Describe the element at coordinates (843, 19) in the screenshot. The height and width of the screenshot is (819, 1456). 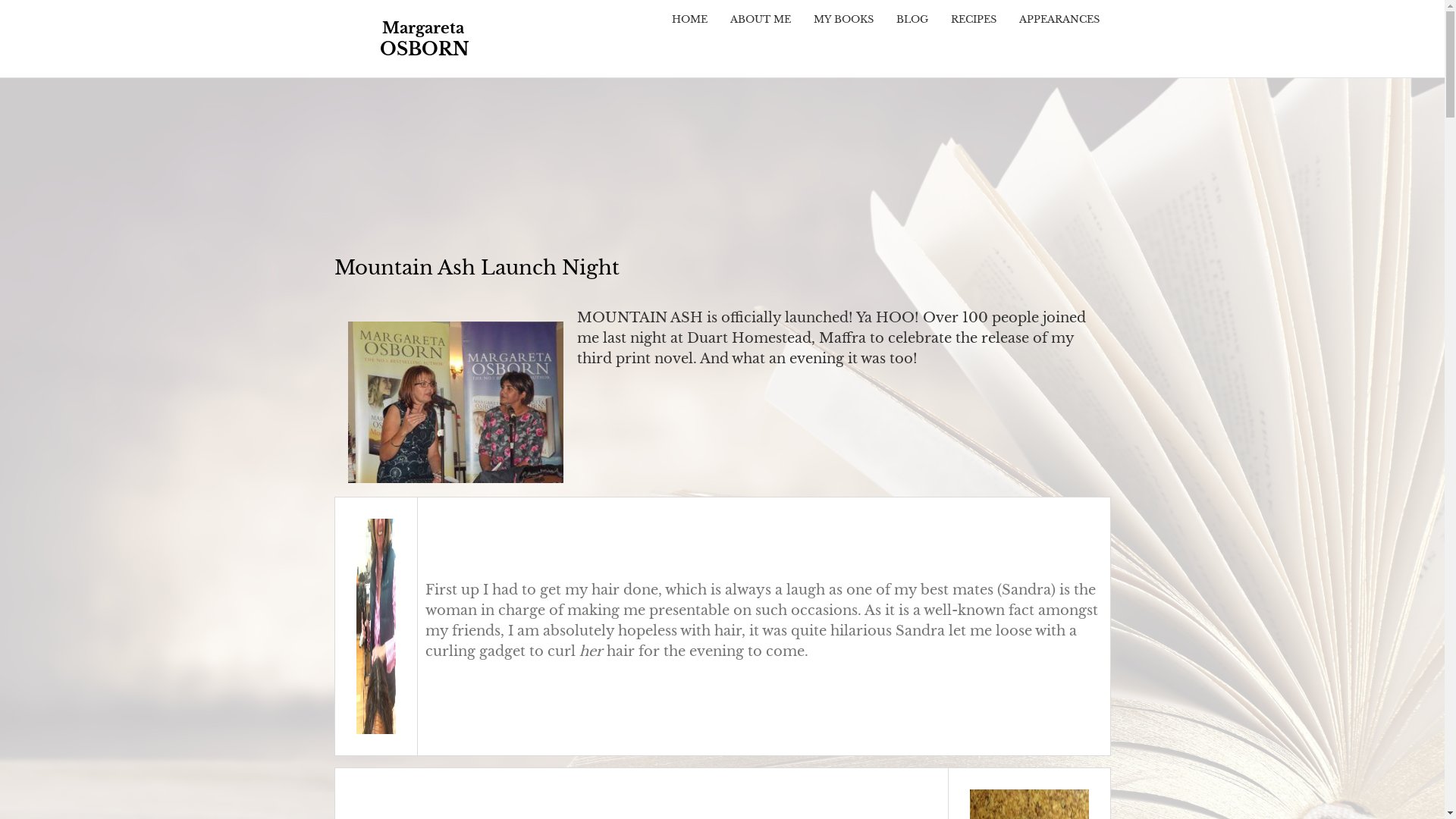
I see `'MY BOOKS'` at that location.